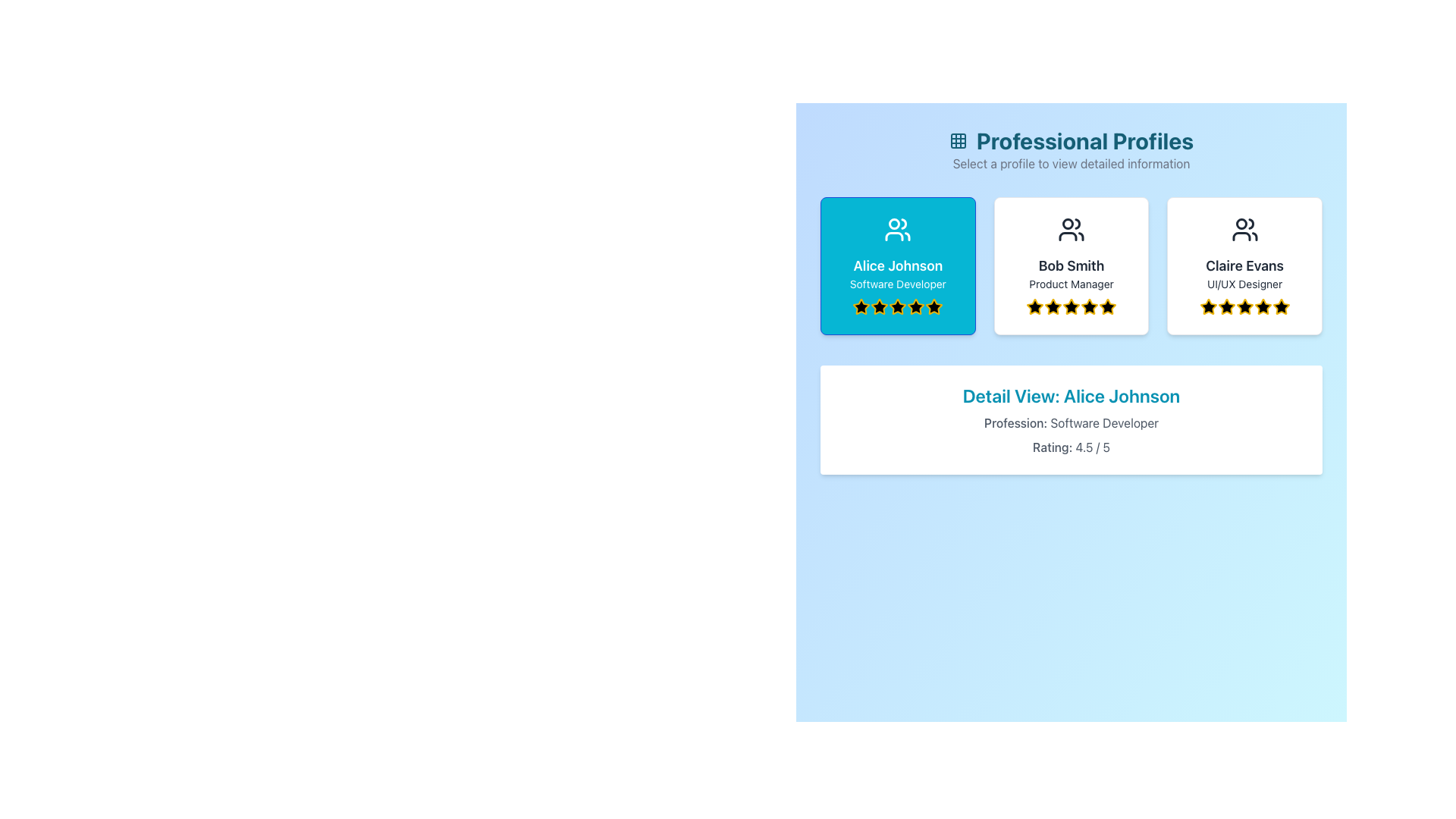 The height and width of the screenshot is (819, 1456). Describe the element at coordinates (1107, 307) in the screenshot. I see `the fifth star icon in the second user card from the left, which represents the rating value for the user profile of 'Bob Smith - Product Manager'` at that location.